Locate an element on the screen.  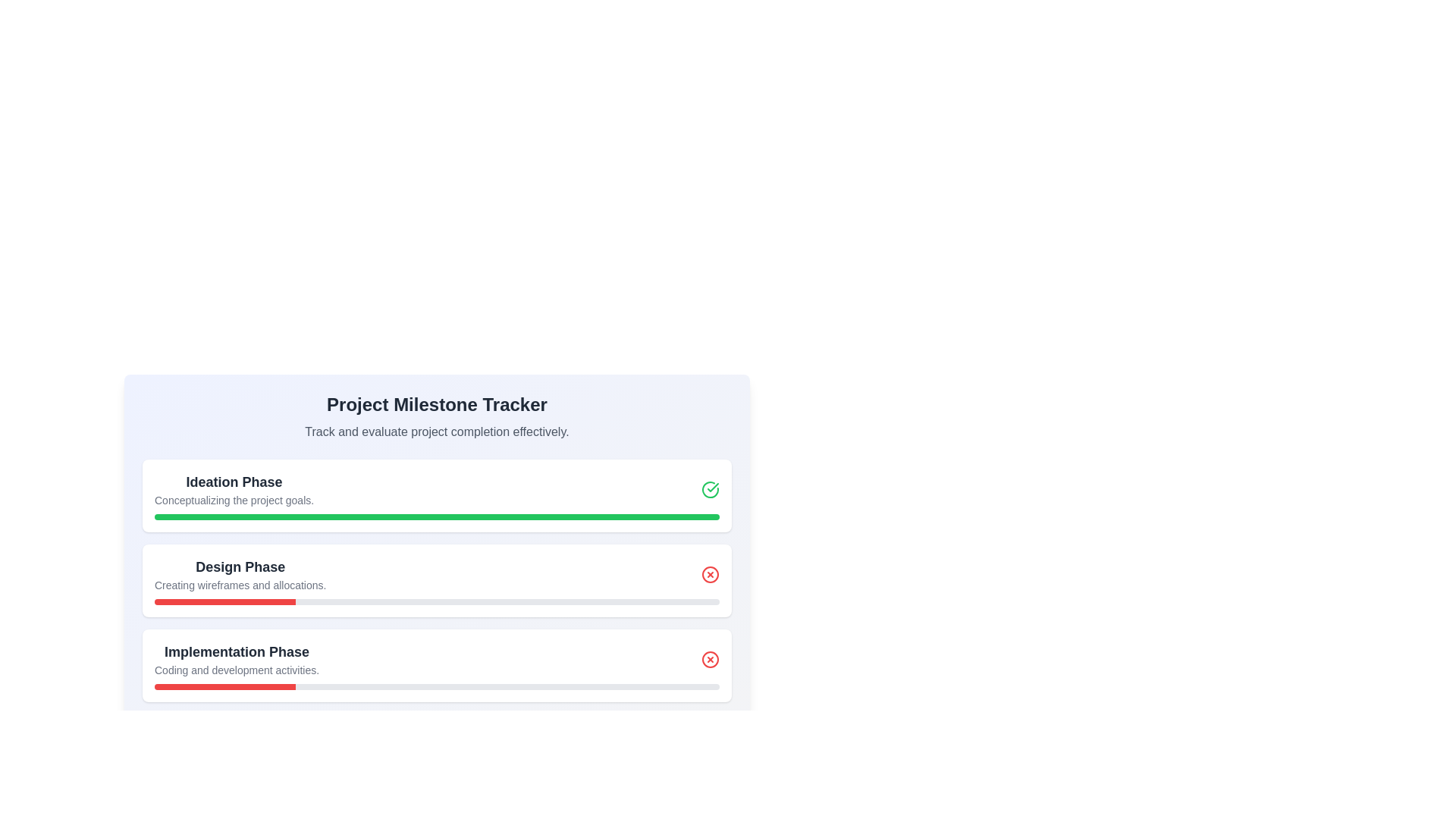
the progress visually on the horizontal progress bar located in the 'Ideation Phase' section, below 'Conceptualizing the project goals.' is located at coordinates (436, 516).